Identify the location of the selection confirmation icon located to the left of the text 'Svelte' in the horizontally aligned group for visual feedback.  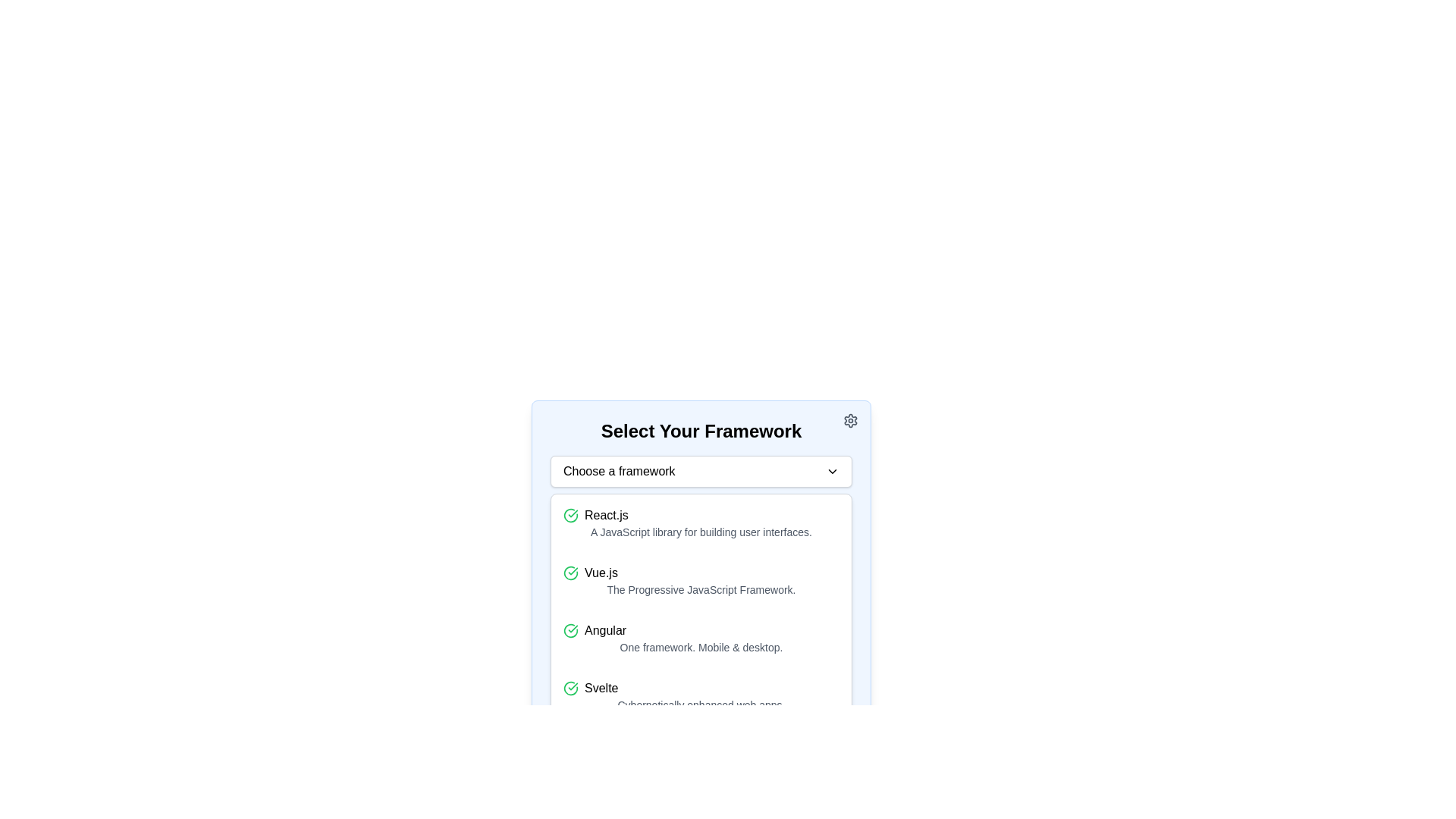
(570, 688).